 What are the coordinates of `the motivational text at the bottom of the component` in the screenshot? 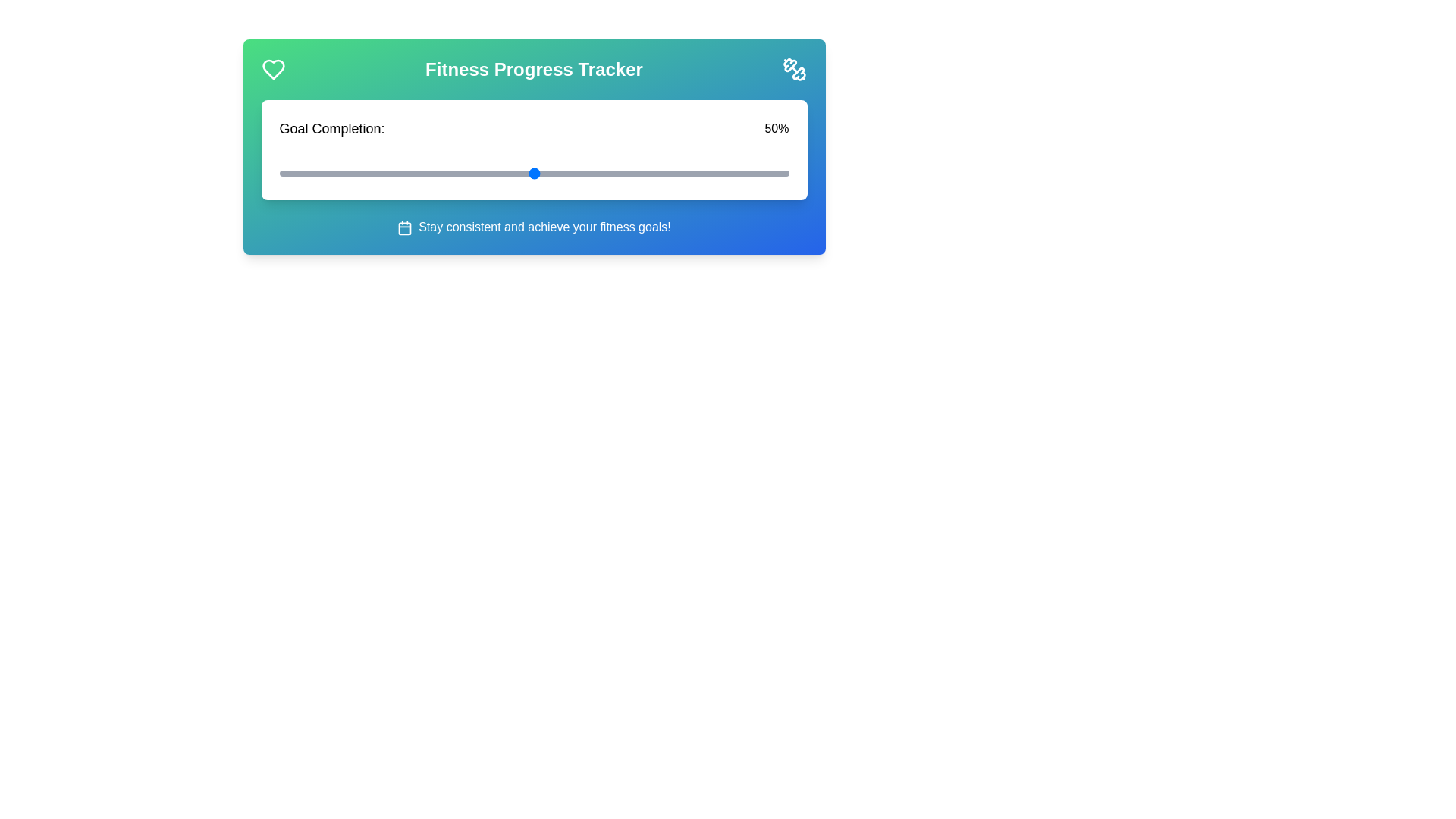 It's located at (534, 227).